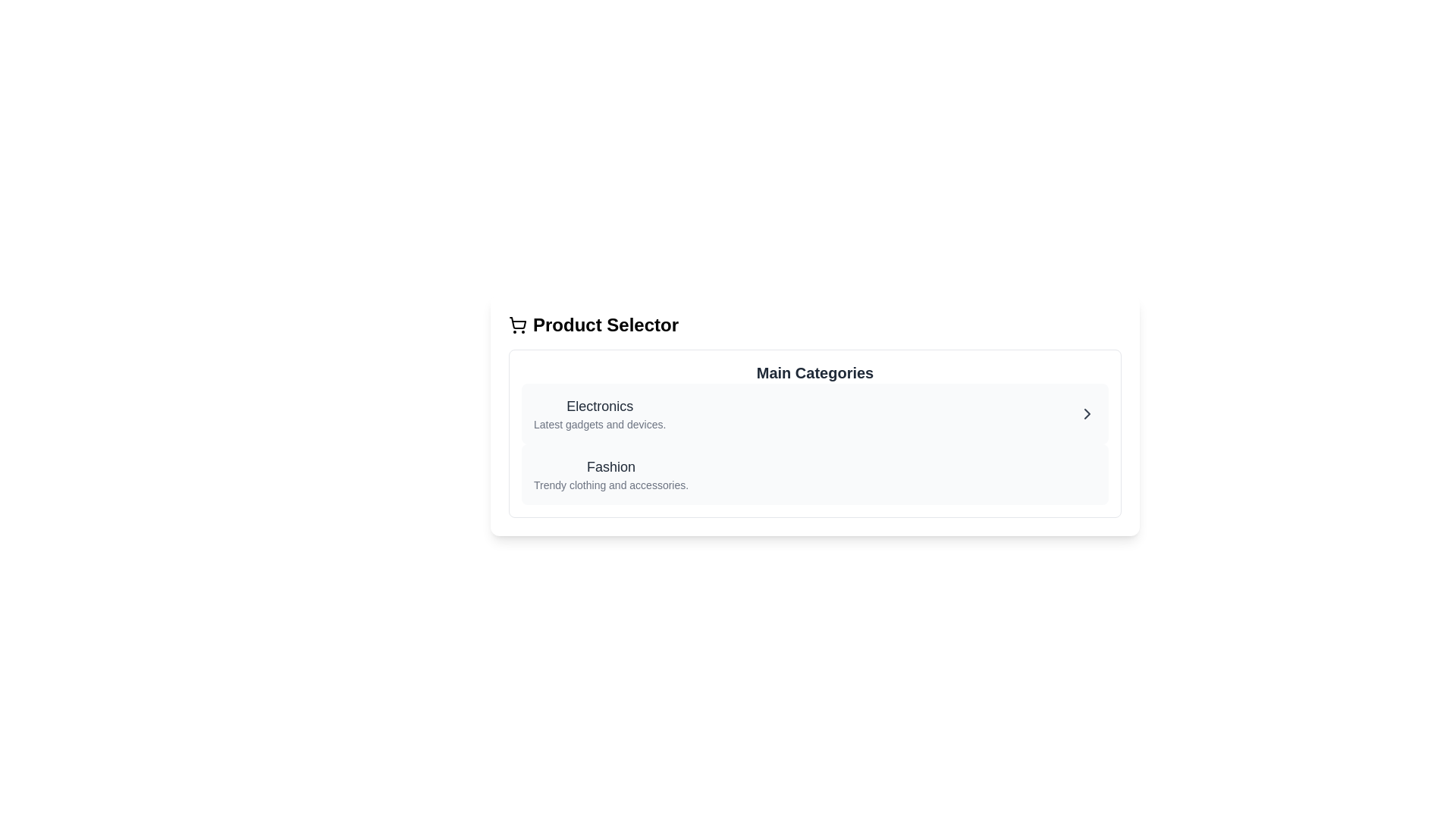 The image size is (1456, 819). I want to click on the icon located at the rightmost side of the 'Electronics' category card, so click(1087, 414).